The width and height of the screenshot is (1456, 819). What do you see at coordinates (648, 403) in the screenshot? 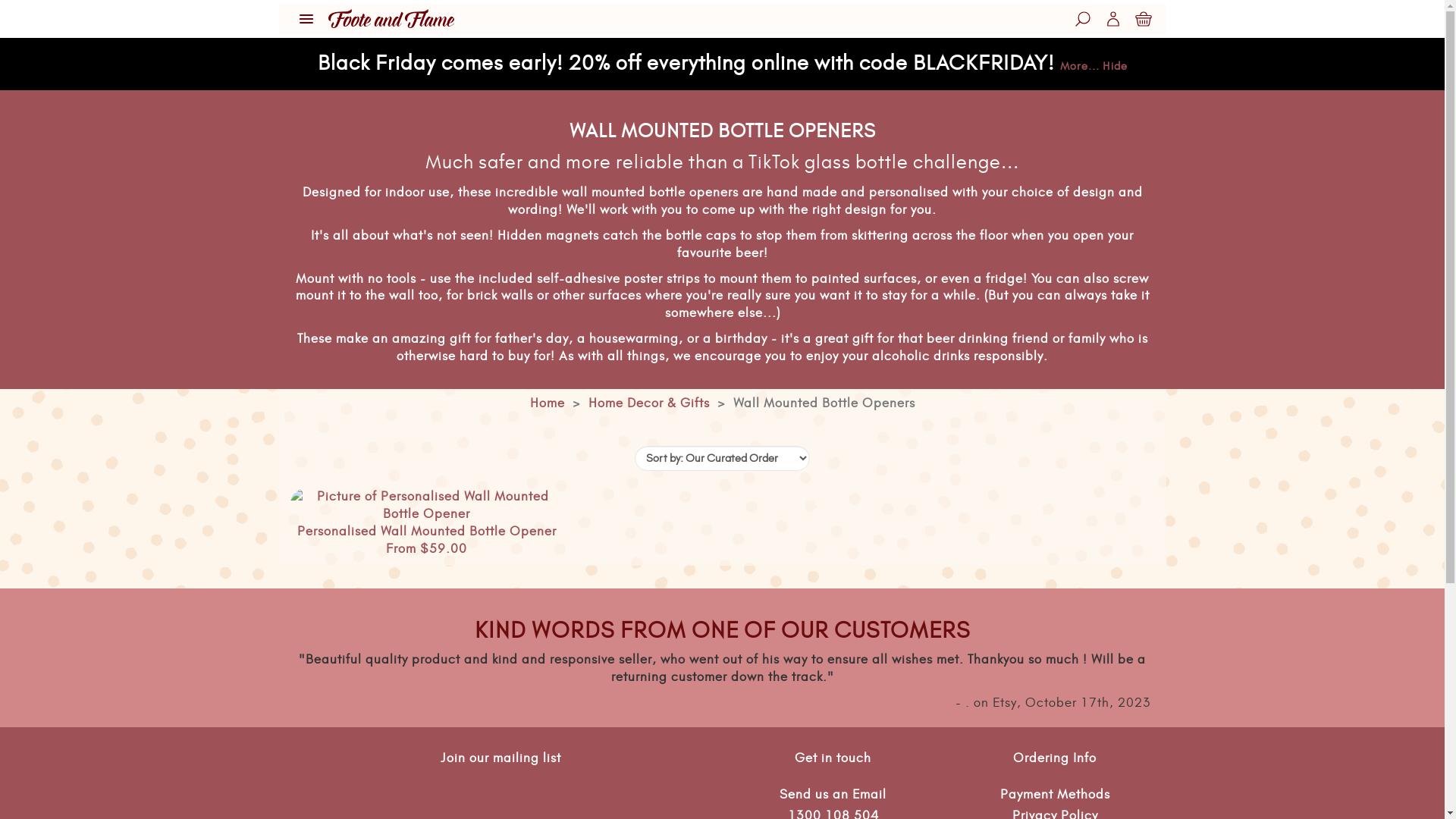
I see `'Home Decor & Gifts'` at bounding box center [648, 403].